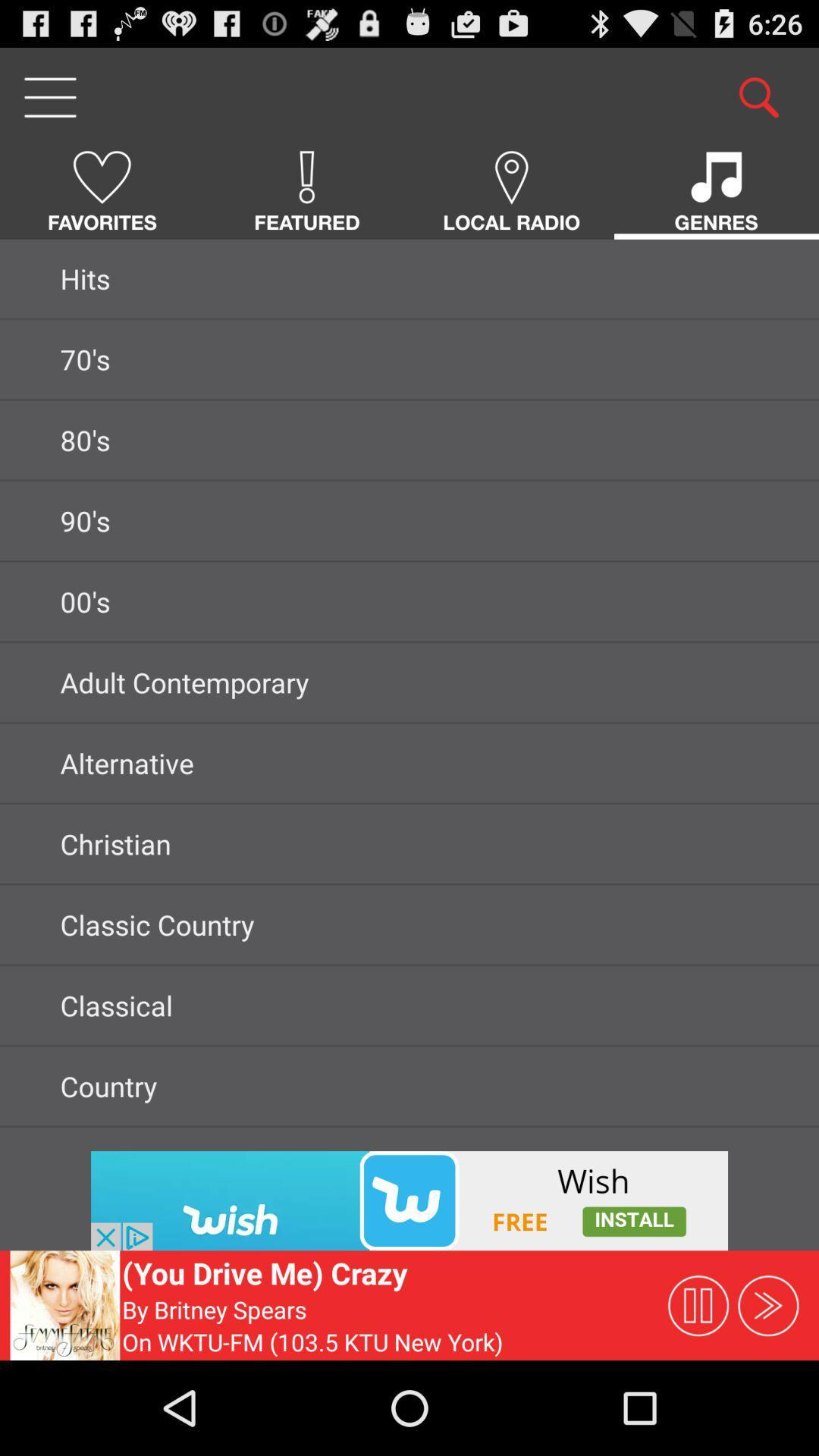 Image resolution: width=819 pixels, height=1456 pixels. I want to click on pause media, so click(698, 1304).